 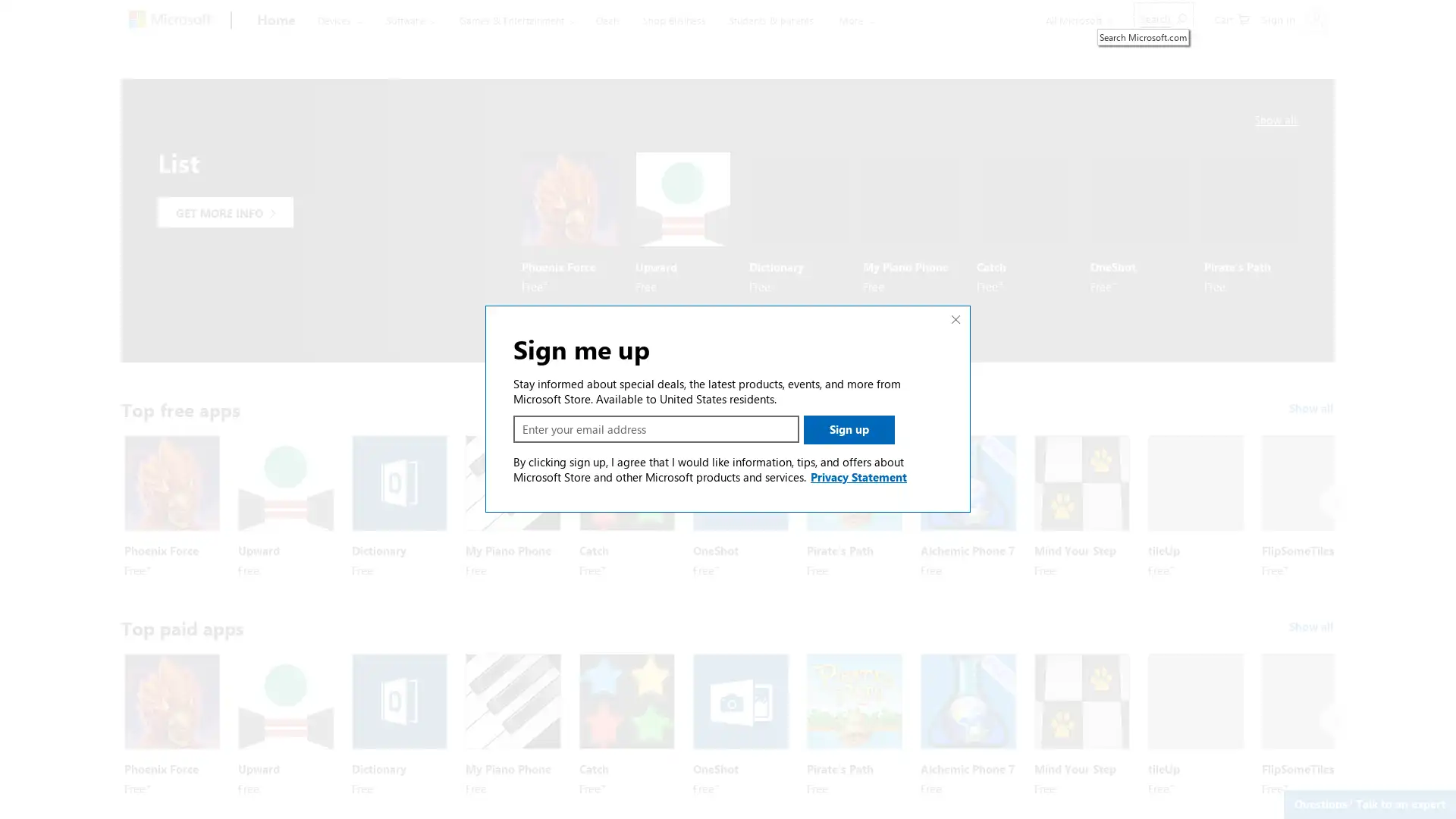 What do you see at coordinates (1335, 719) in the screenshot?
I see `Next` at bounding box center [1335, 719].